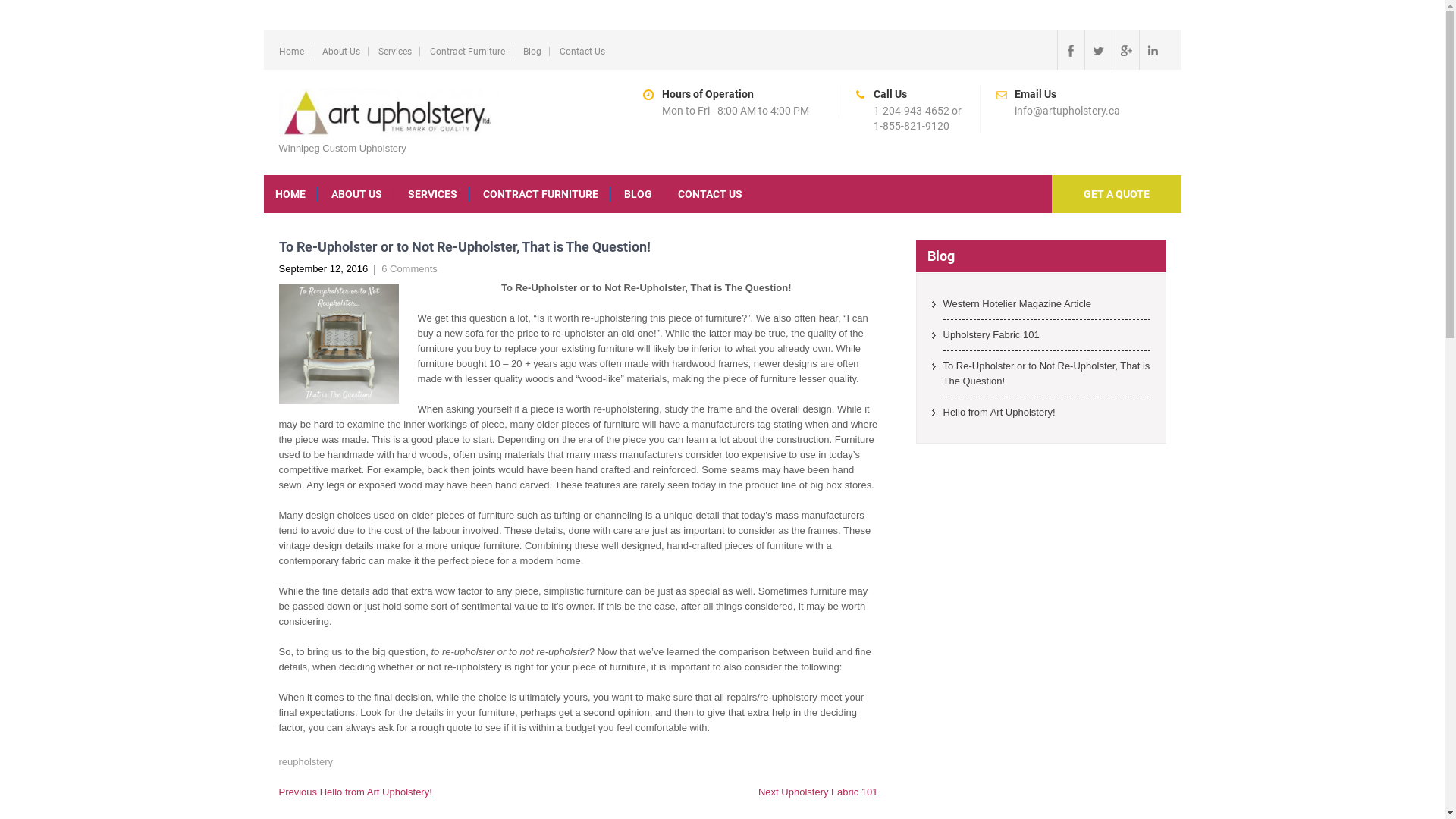  Describe the element at coordinates (1125, 49) in the screenshot. I see `'google-plus'` at that location.